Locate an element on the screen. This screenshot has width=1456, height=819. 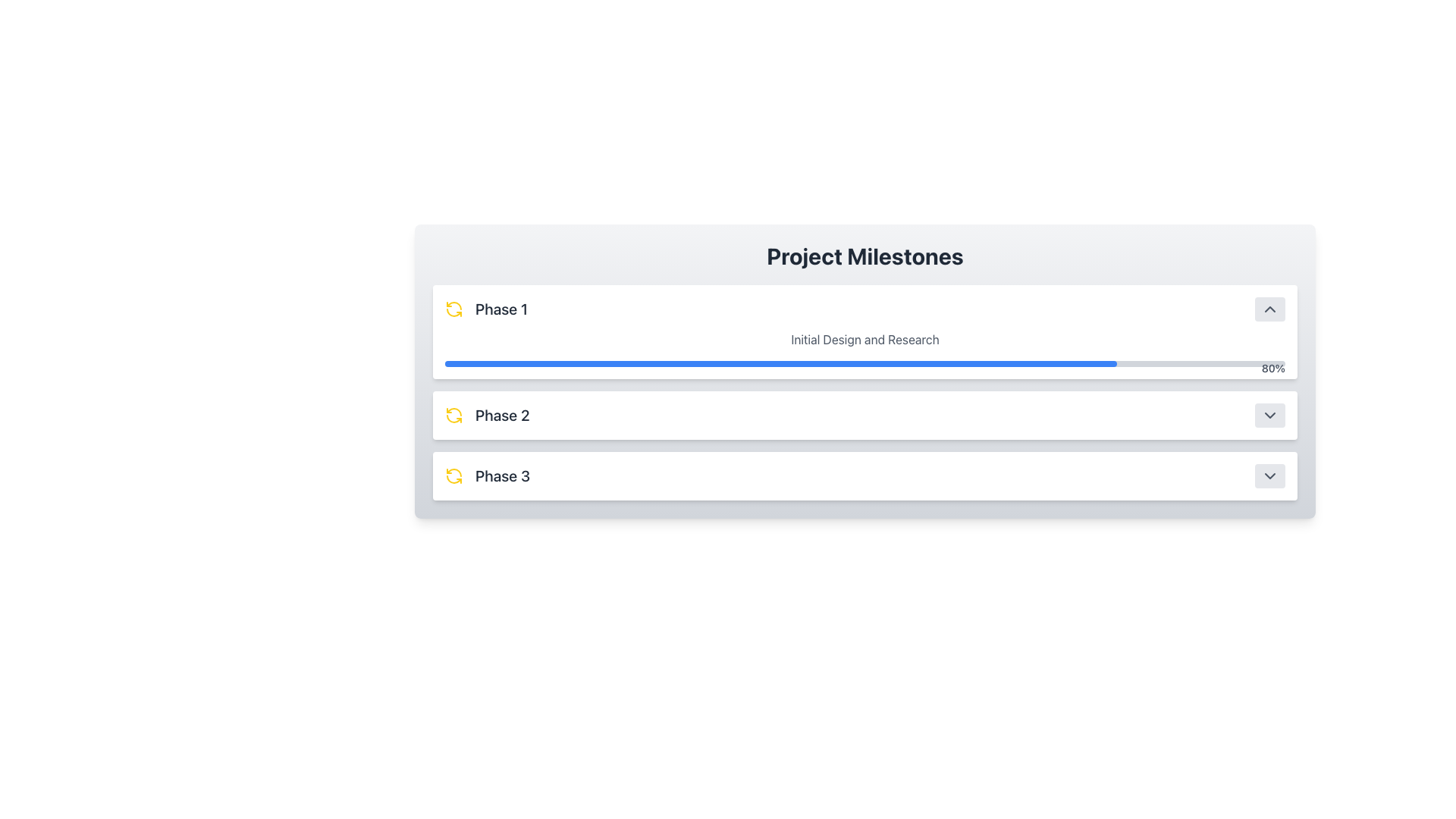
the downward-pointing chevron icon within the rounded rectangular button located to the far right of the 'Phase 3' row in the vertical milestone list is located at coordinates (1270, 475).